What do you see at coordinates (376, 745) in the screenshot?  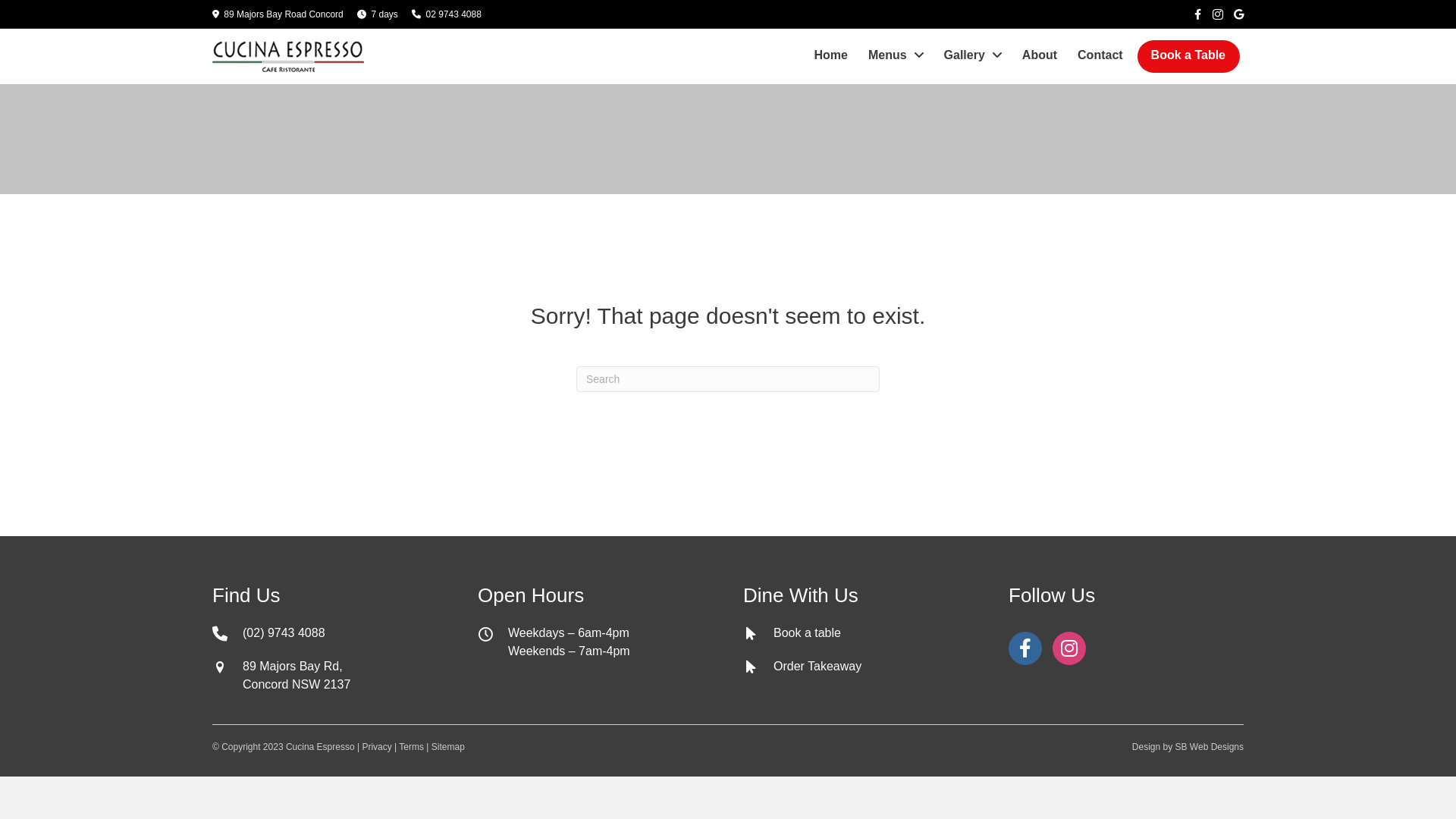 I see `'Privacy'` at bounding box center [376, 745].